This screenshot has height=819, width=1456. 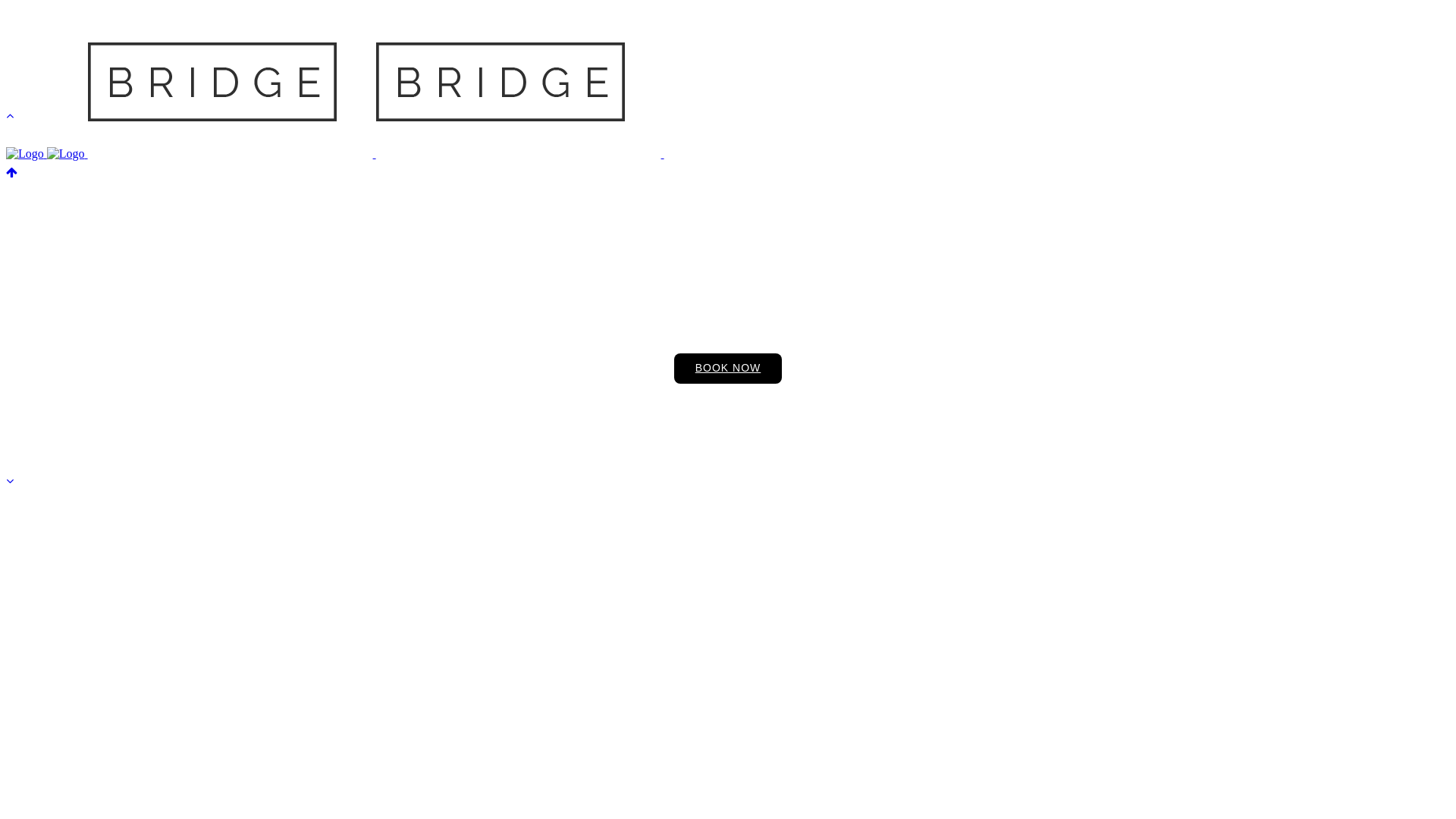 What do you see at coordinates (728, 369) in the screenshot?
I see `'BOOK NOW'` at bounding box center [728, 369].